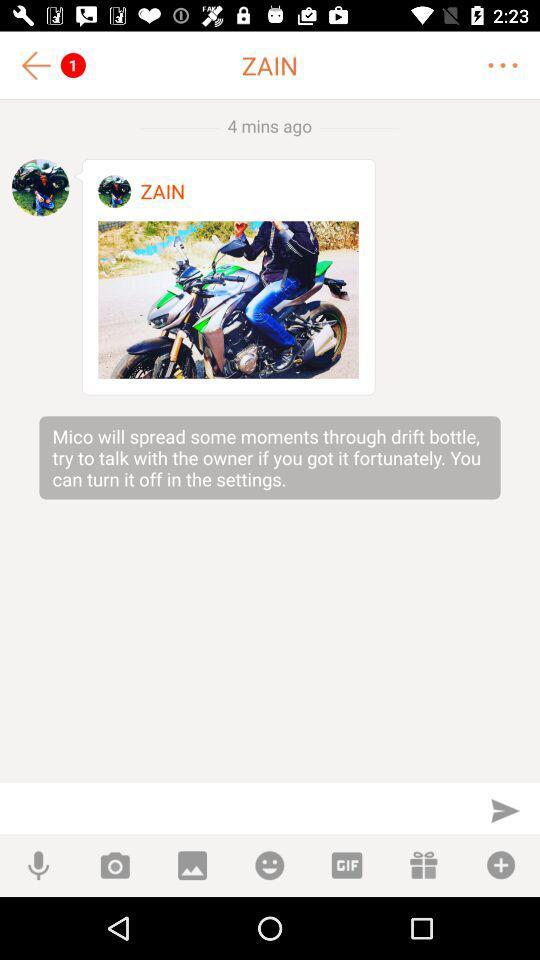  Describe the element at coordinates (115, 864) in the screenshot. I see `take a photo to send` at that location.